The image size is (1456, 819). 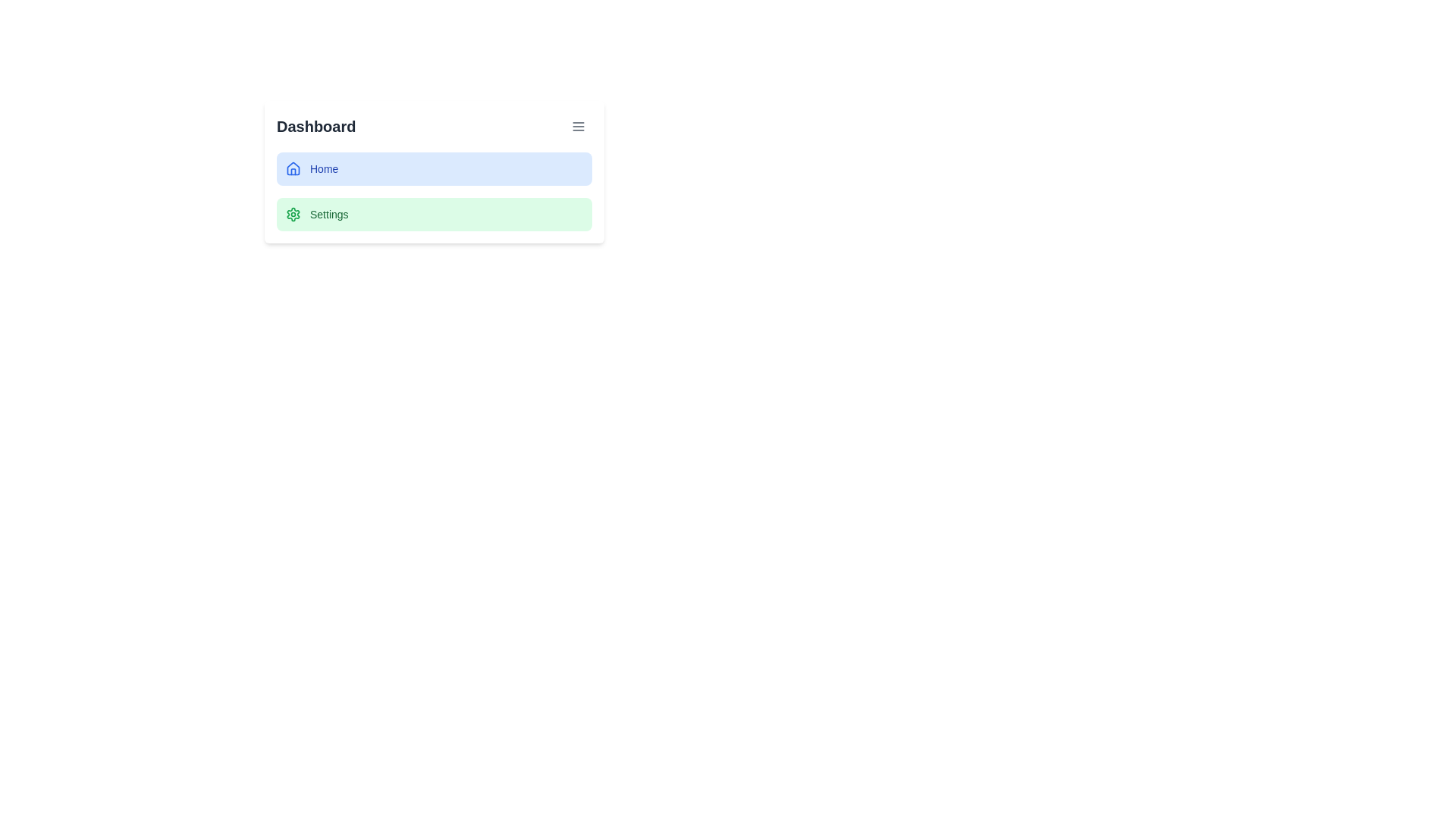 I want to click on the 'Home' text label, which is styled with a small font size, medium weight, and a blue color tone, located in a rounded rectangular menu option beneath the 'Dashboard' header, so click(x=323, y=169).